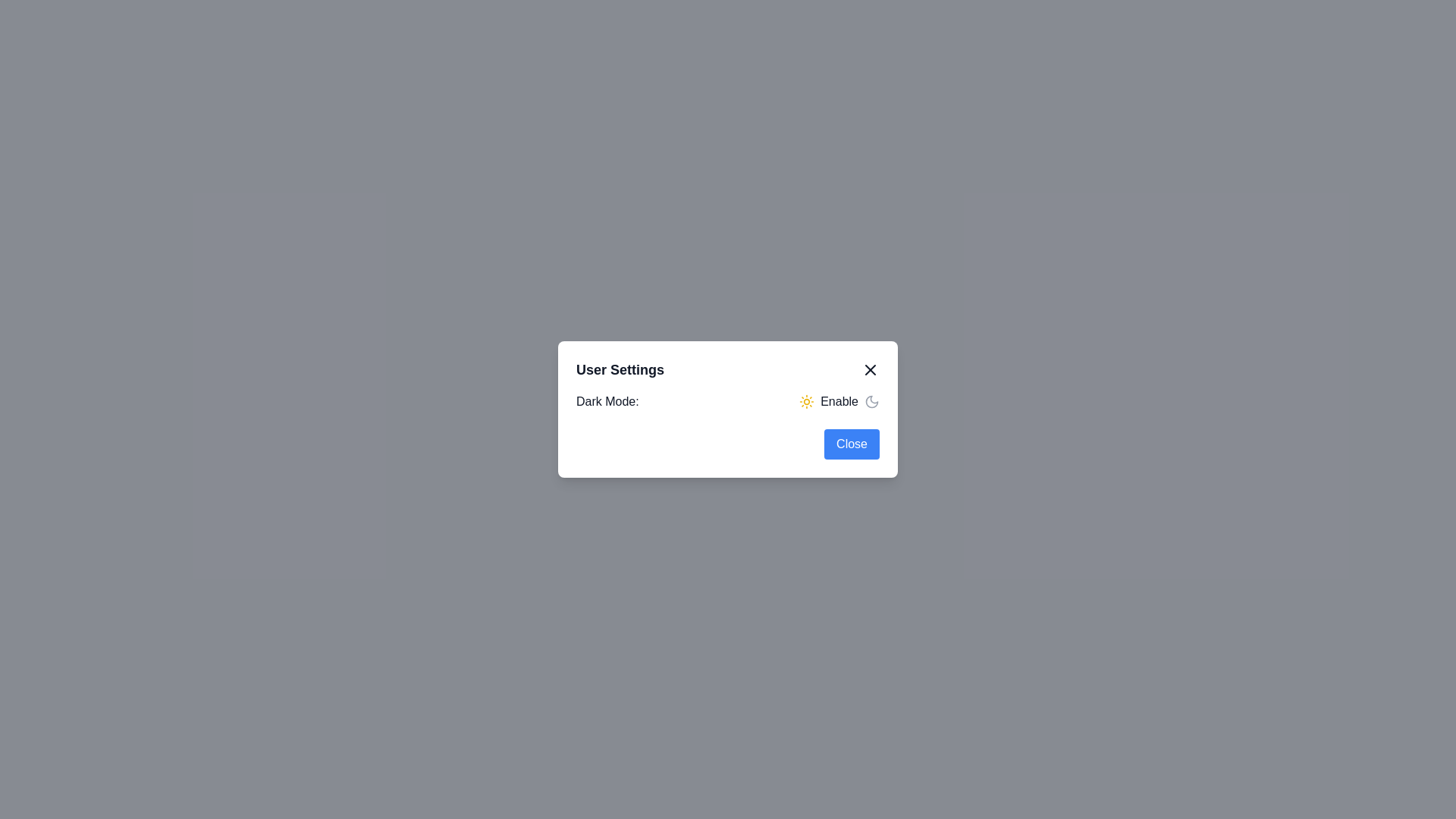  Describe the element at coordinates (872, 400) in the screenshot. I see `the crescent moon icon styled in gray, positioned at the end of the toggle label 'Enable' under the 'Dark Mode' heading in the settings dialog box` at that location.